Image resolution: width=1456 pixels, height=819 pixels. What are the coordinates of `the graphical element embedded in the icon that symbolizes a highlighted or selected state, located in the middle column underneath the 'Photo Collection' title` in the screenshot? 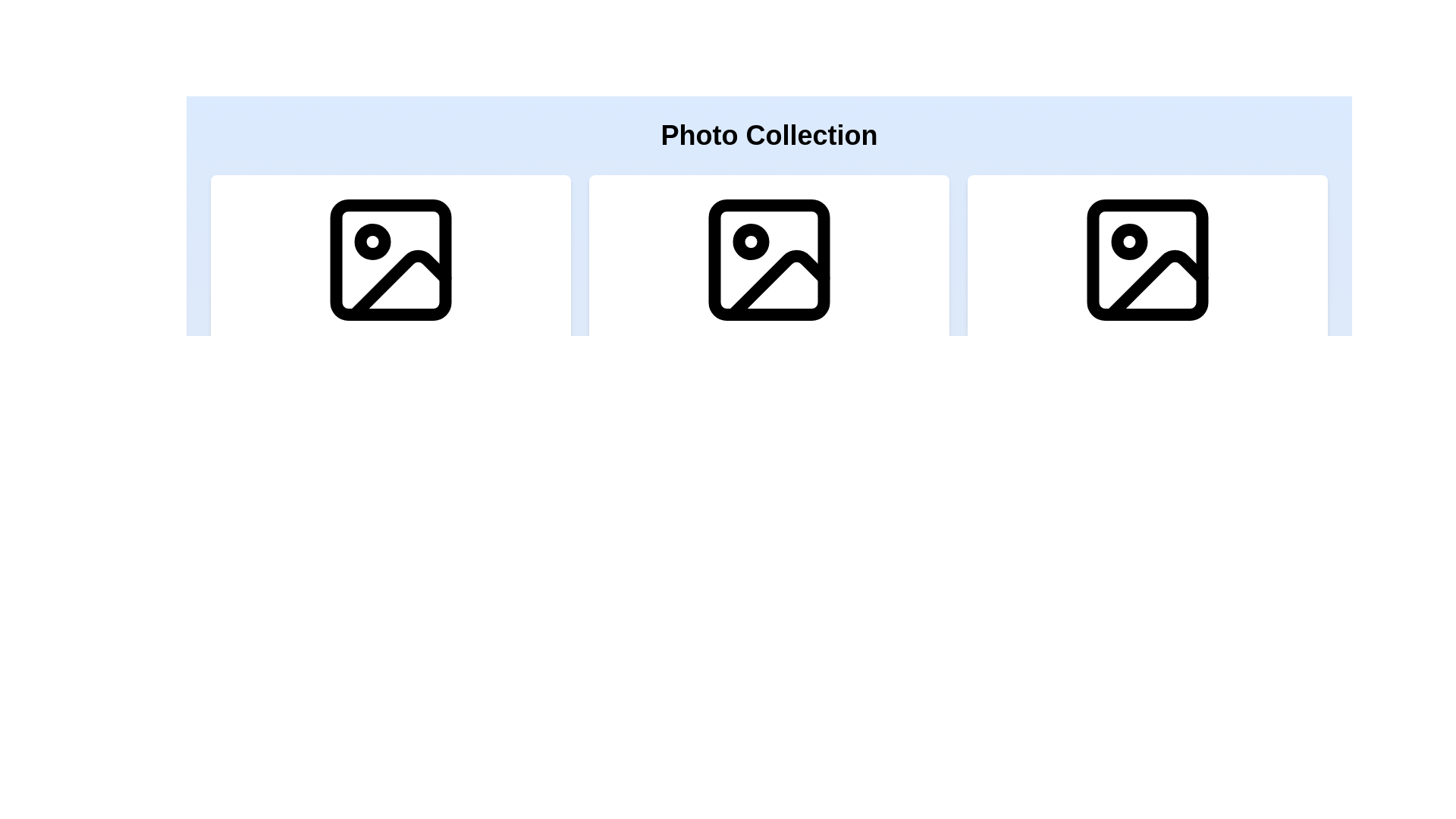 It's located at (769, 259).